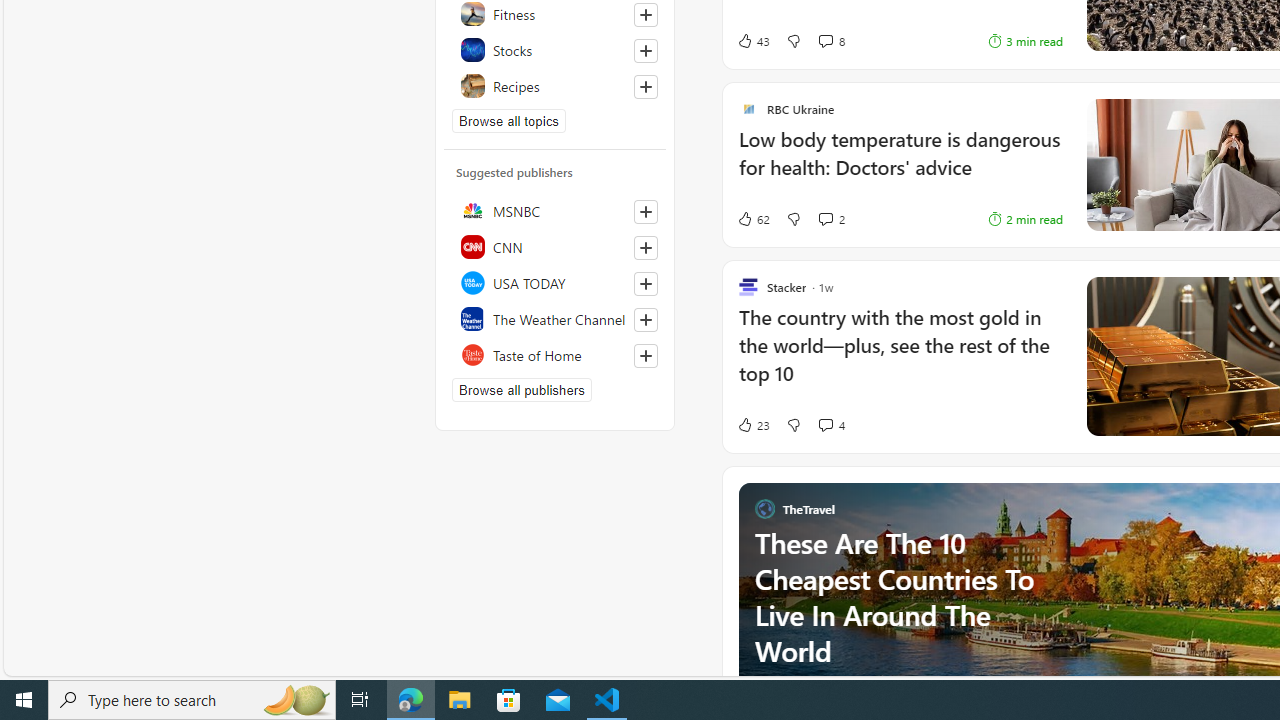 This screenshot has height=720, width=1280. Describe the element at coordinates (645, 355) in the screenshot. I see `'Follow this source'` at that location.